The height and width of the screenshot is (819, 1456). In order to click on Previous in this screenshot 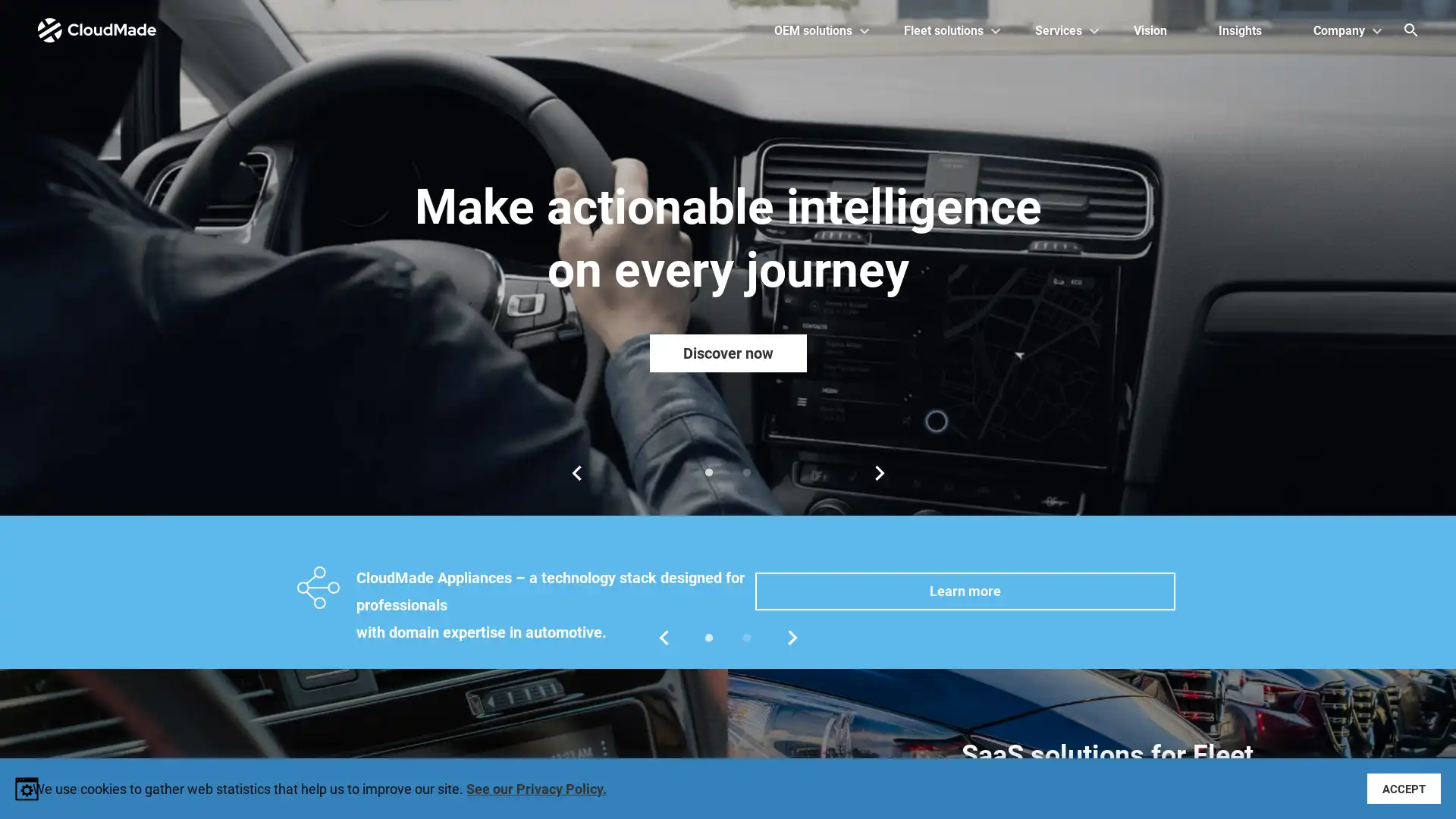, I will do `click(663, 637)`.